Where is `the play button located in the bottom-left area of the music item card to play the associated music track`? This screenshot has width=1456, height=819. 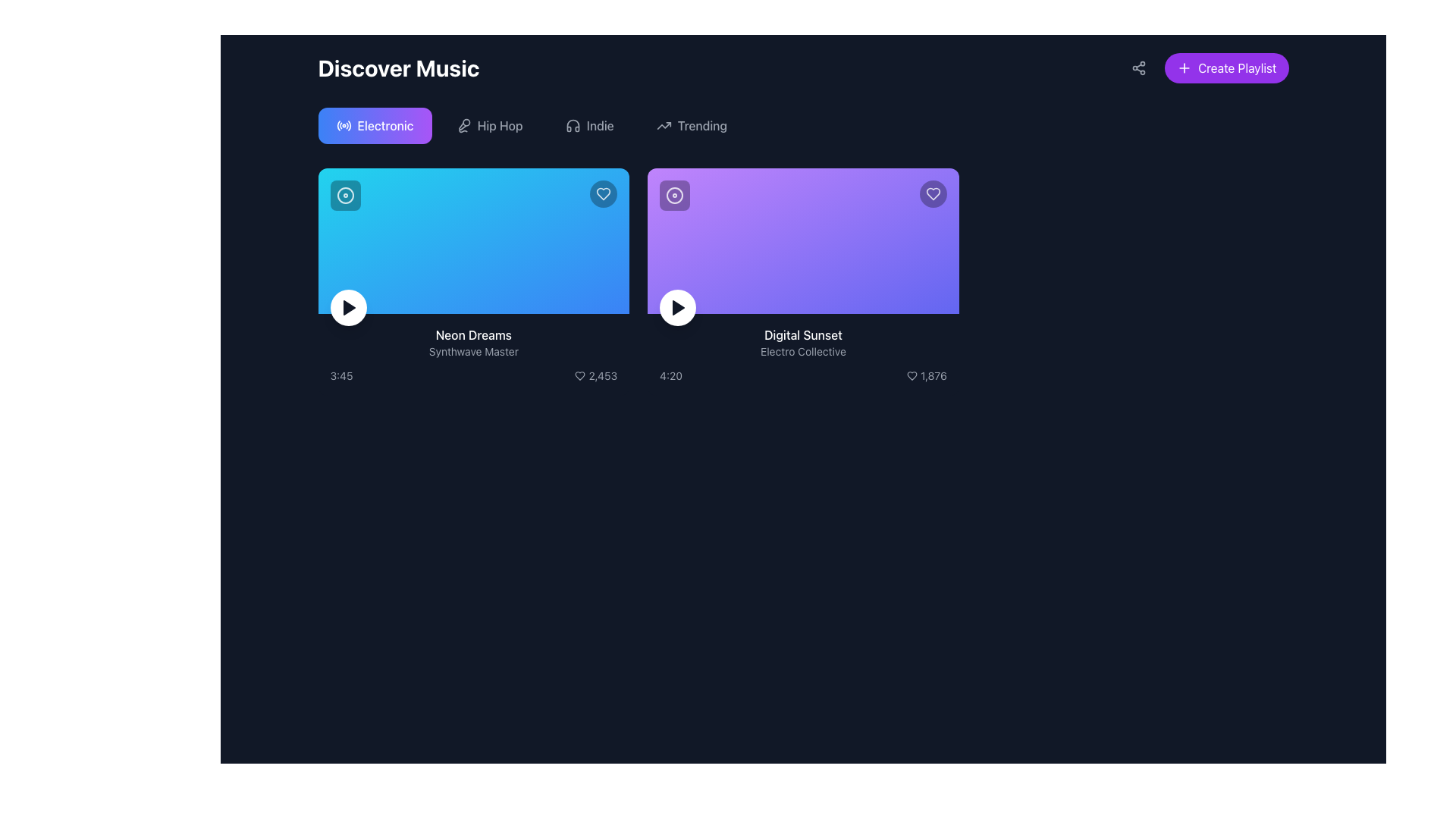 the play button located in the bottom-left area of the music item card to play the associated music track is located at coordinates (347, 307).